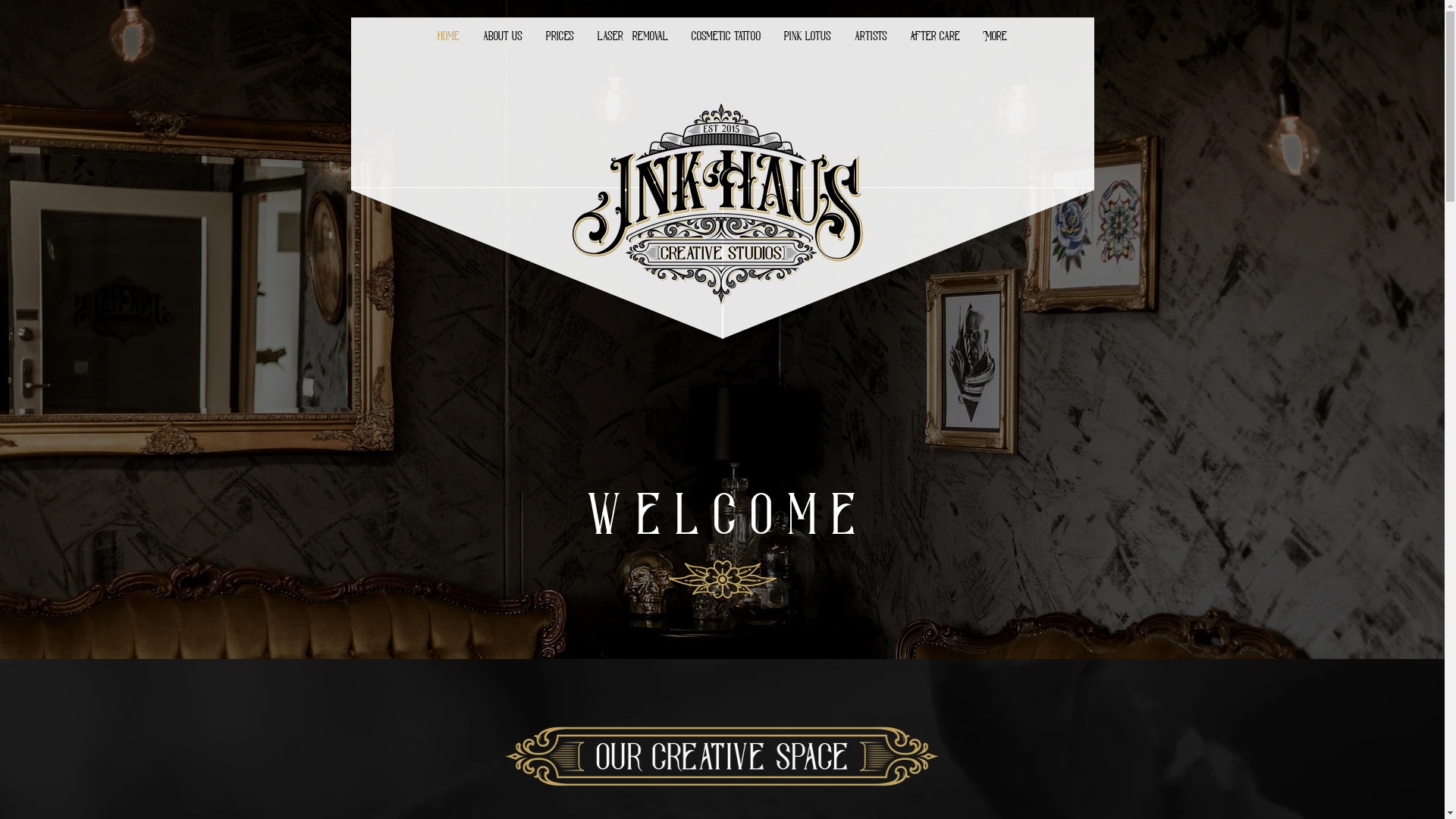 The height and width of the screenshot is (819, 1456). I want to click on 'about us', so click(503, 35).